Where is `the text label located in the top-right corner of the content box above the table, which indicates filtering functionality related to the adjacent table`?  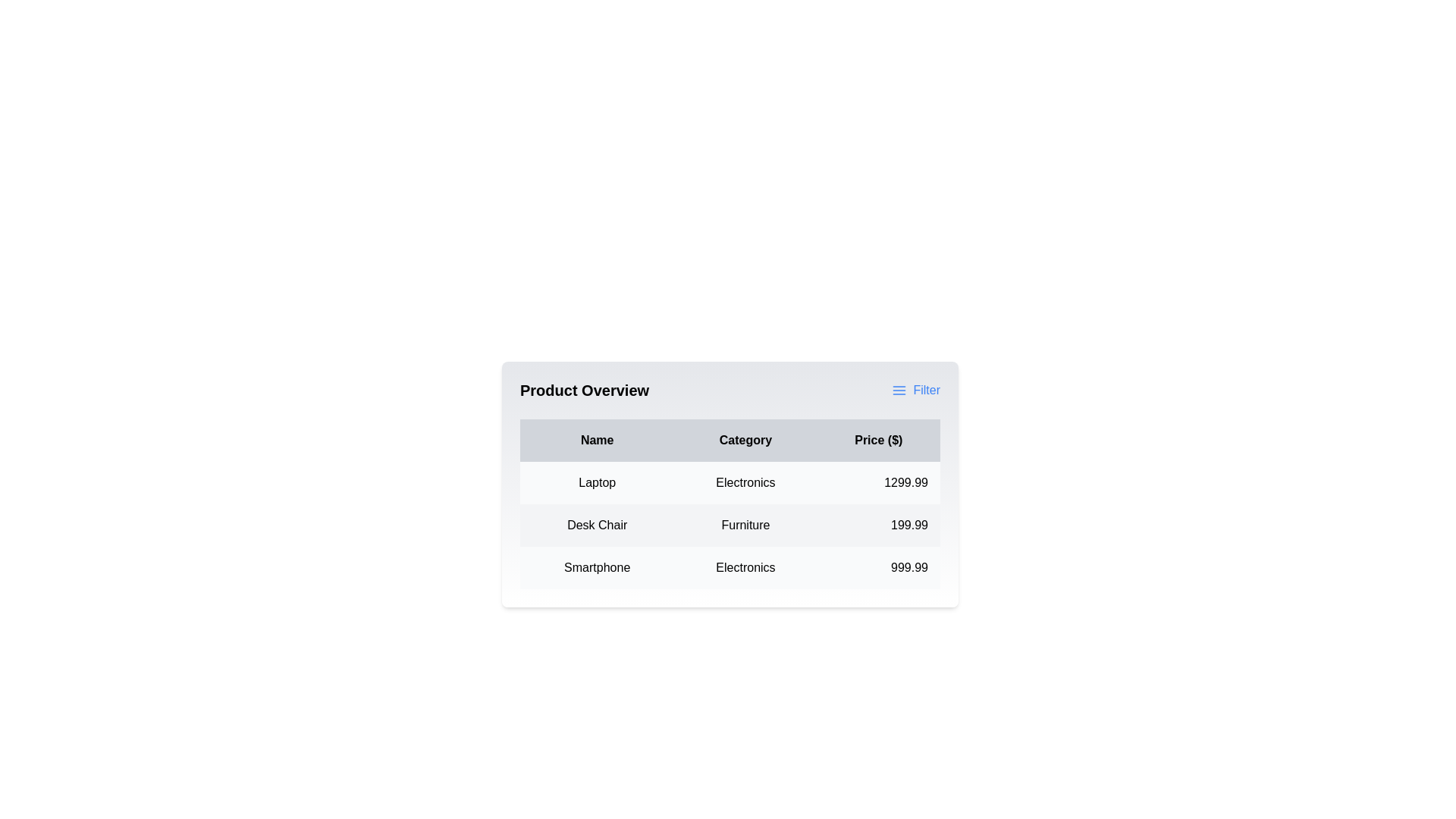
the text label located in the top-right corner of the content box above the table, which indicates filtering functionality related to the adjacent table is located at coordinates (926, 390).